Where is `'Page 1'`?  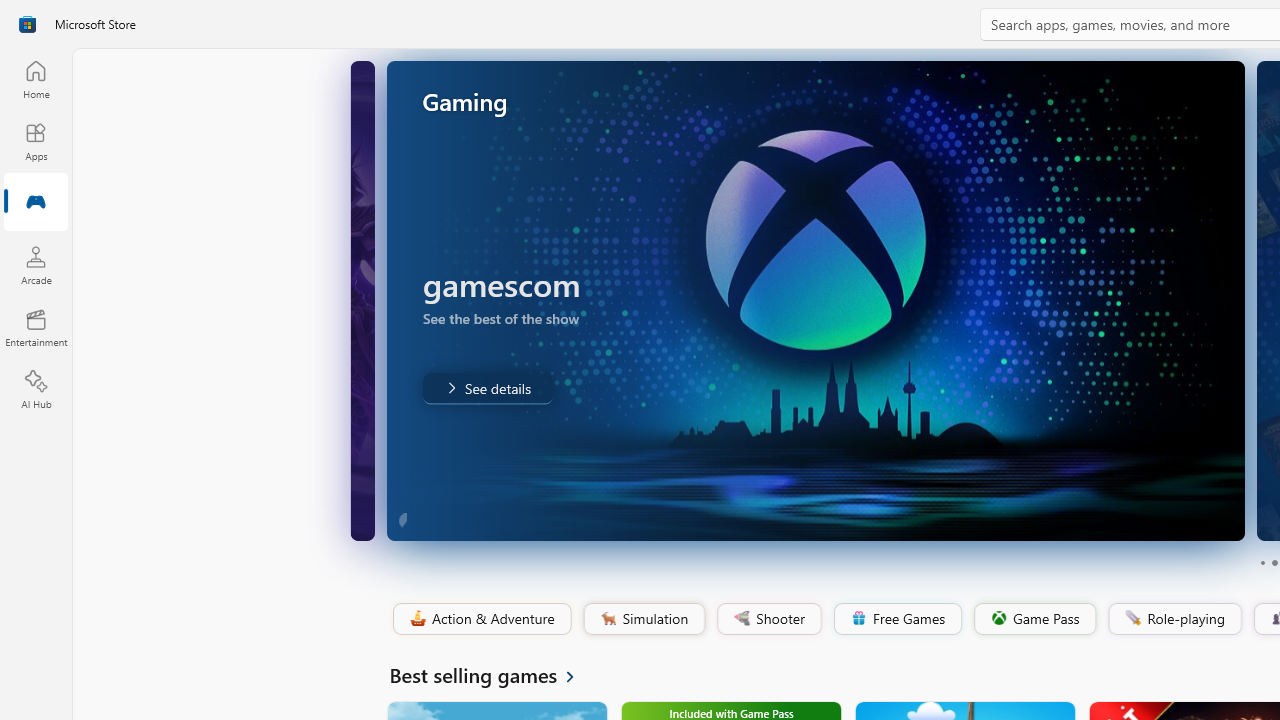 'Page 1' is located at coordinates (1261, 563).